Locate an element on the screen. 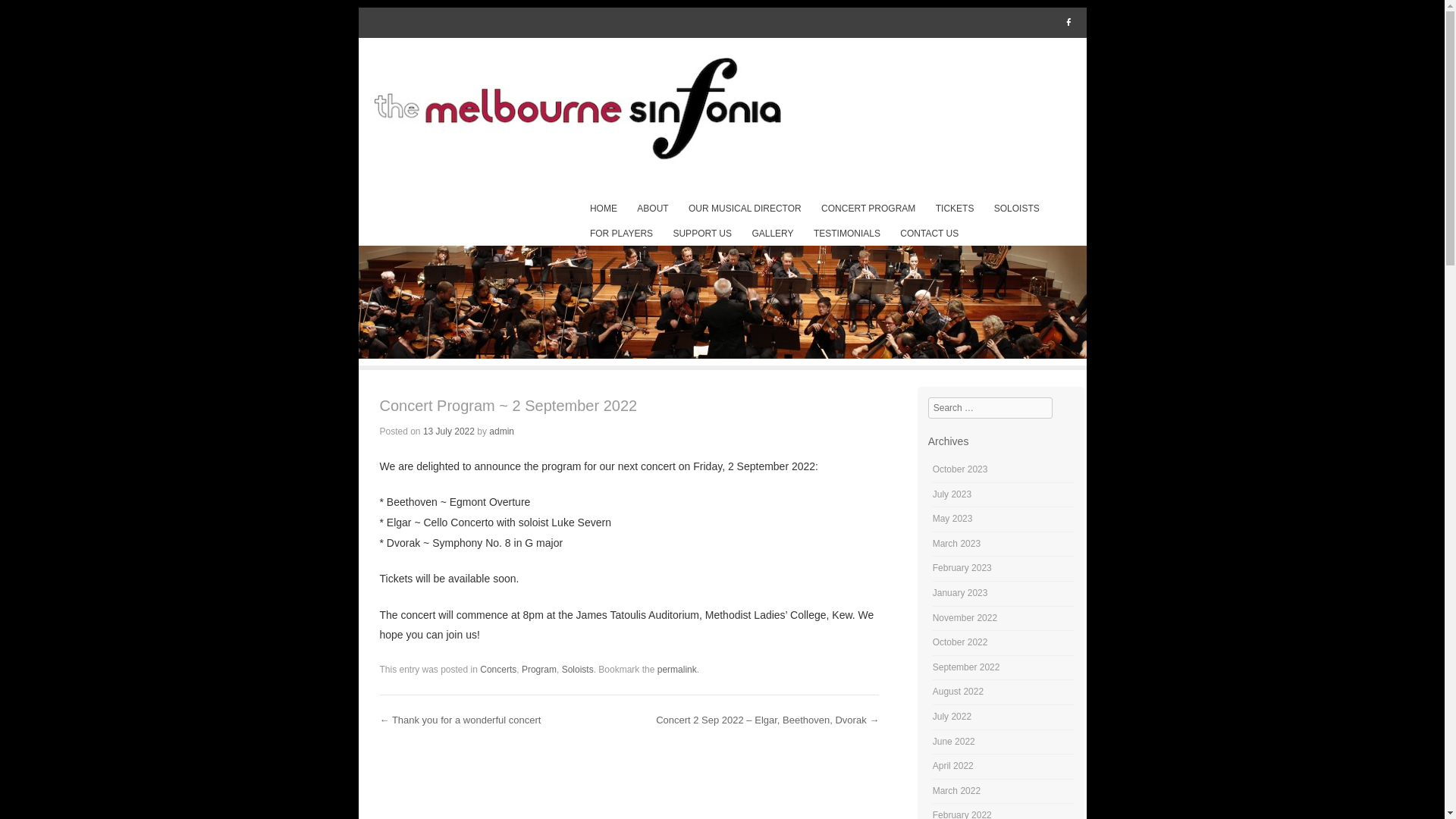  'SUPPORT US' is located at coordinates (666, 234).